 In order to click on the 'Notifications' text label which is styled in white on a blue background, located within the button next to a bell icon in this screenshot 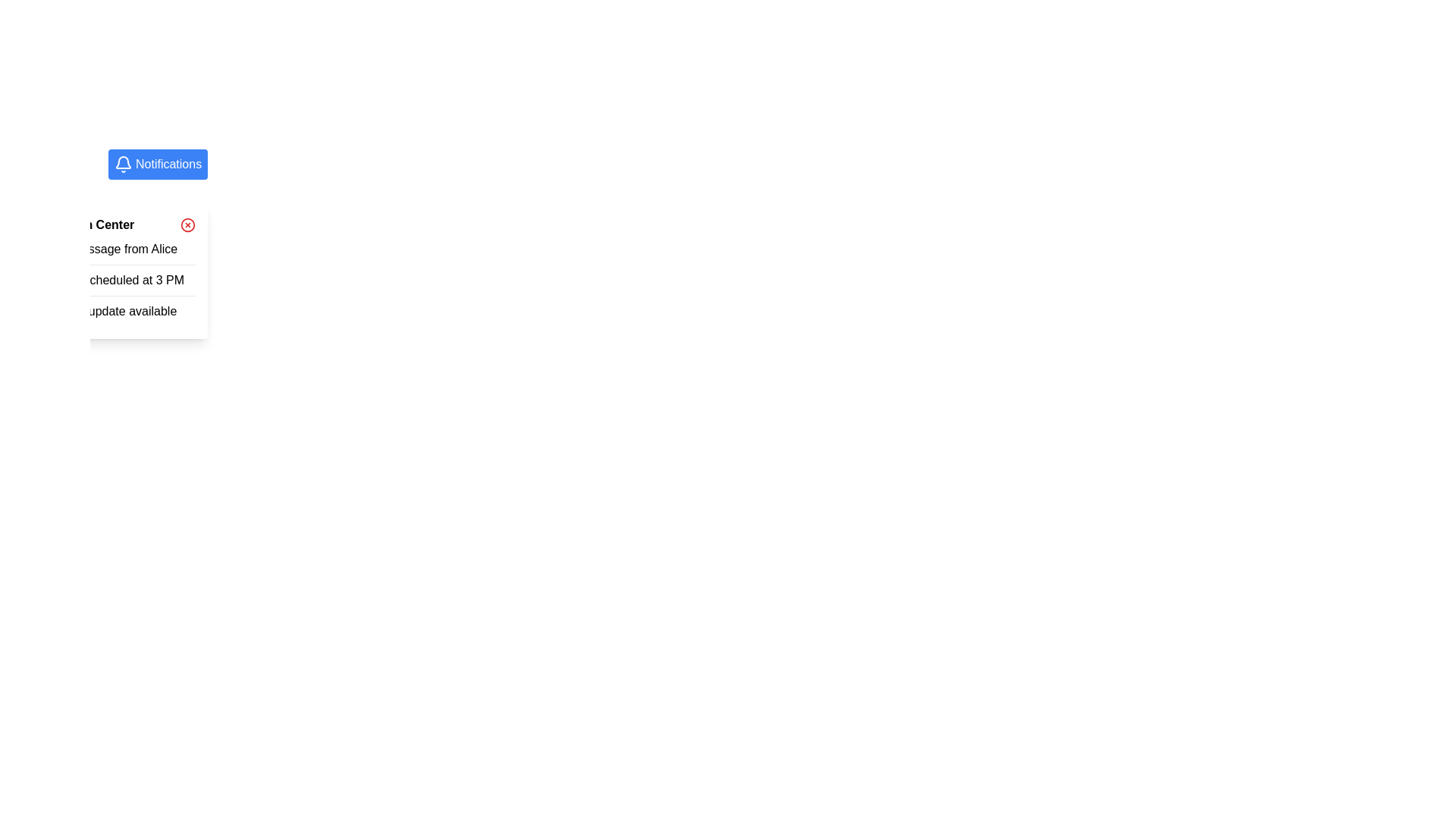, I will do `click(168, 164)`.